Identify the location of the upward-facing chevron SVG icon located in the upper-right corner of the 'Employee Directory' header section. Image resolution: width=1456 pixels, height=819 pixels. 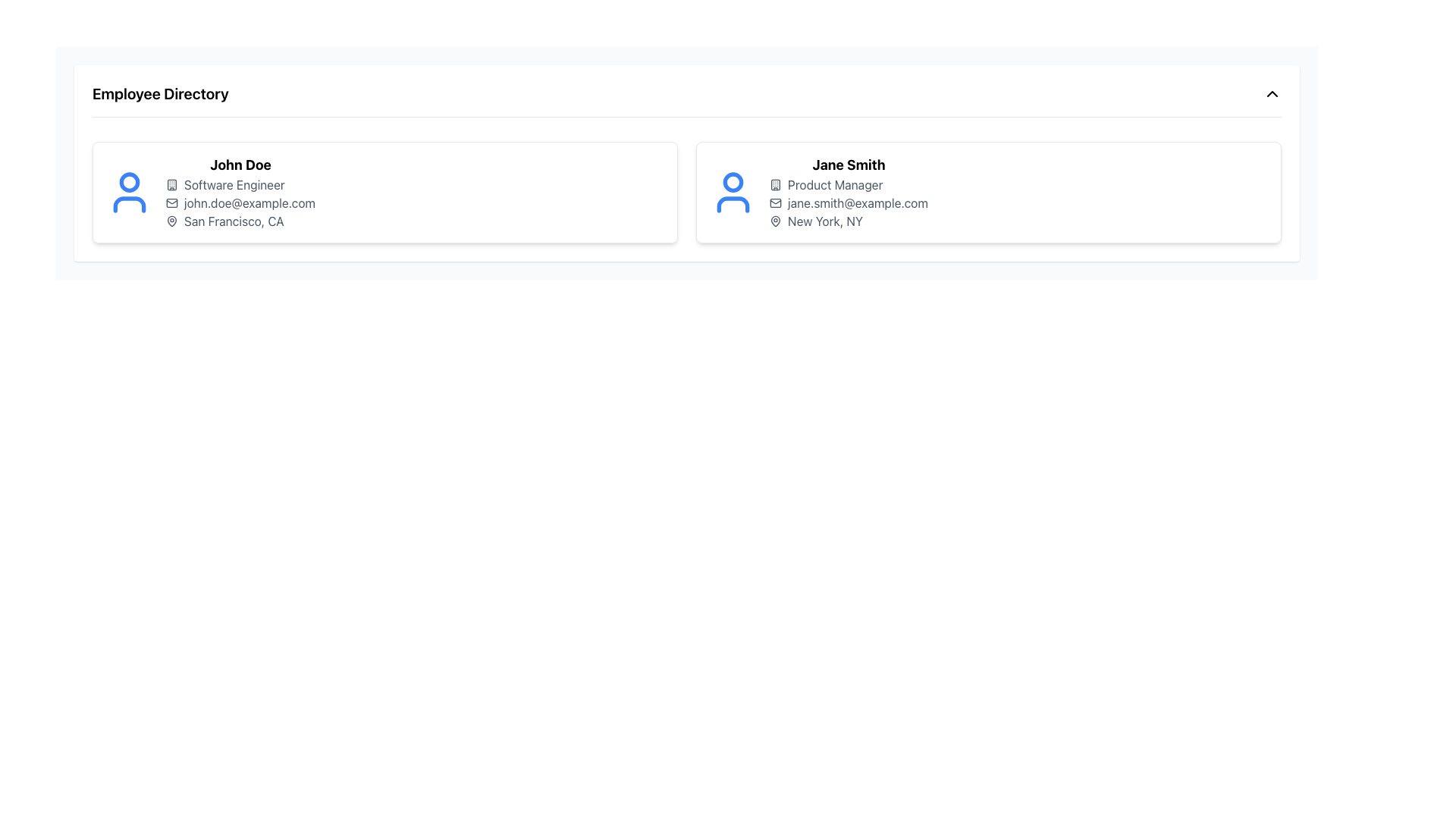
(1272, 93).